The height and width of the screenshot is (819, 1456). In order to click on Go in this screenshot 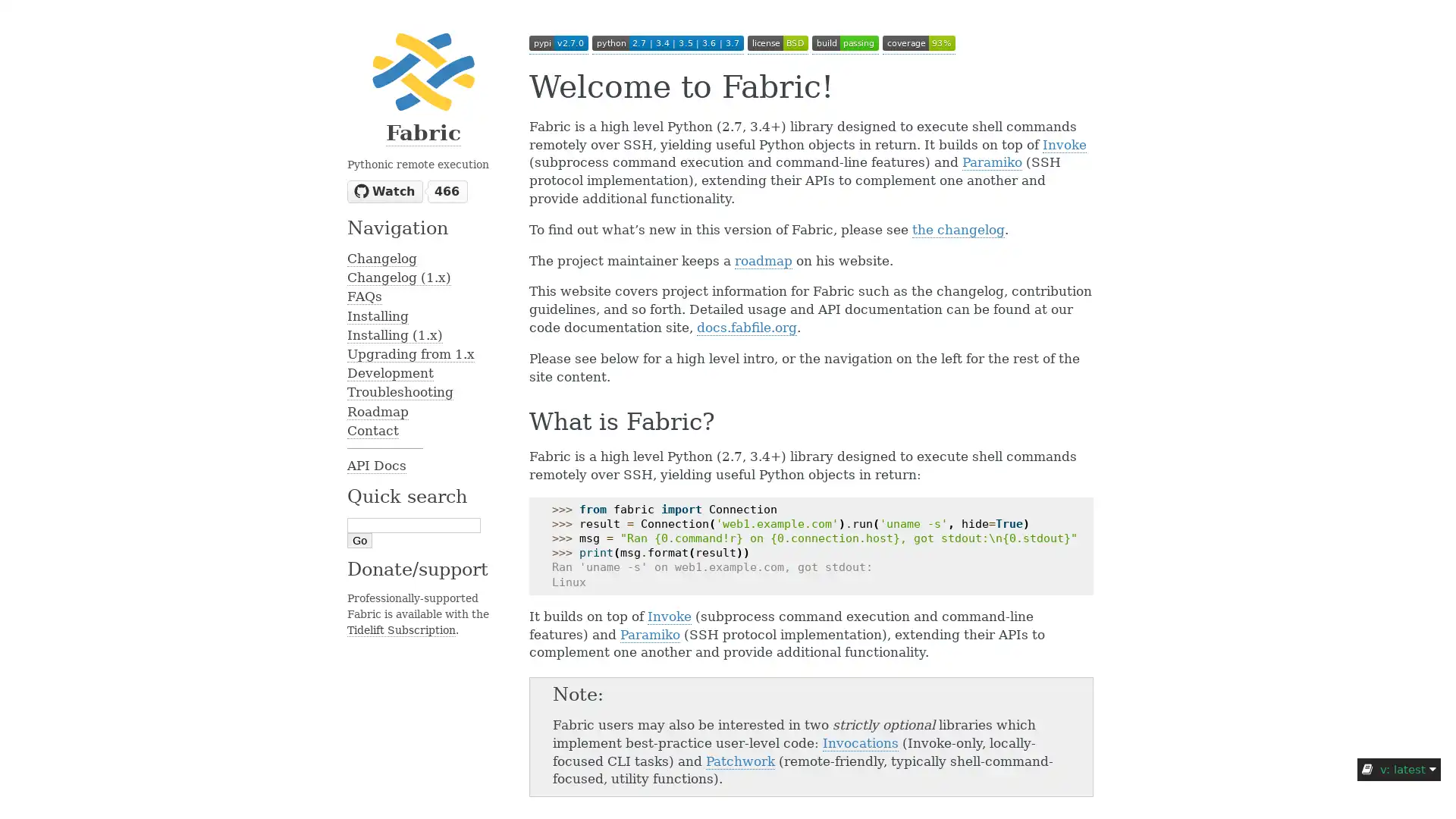, I will do `click(359, 540)`.